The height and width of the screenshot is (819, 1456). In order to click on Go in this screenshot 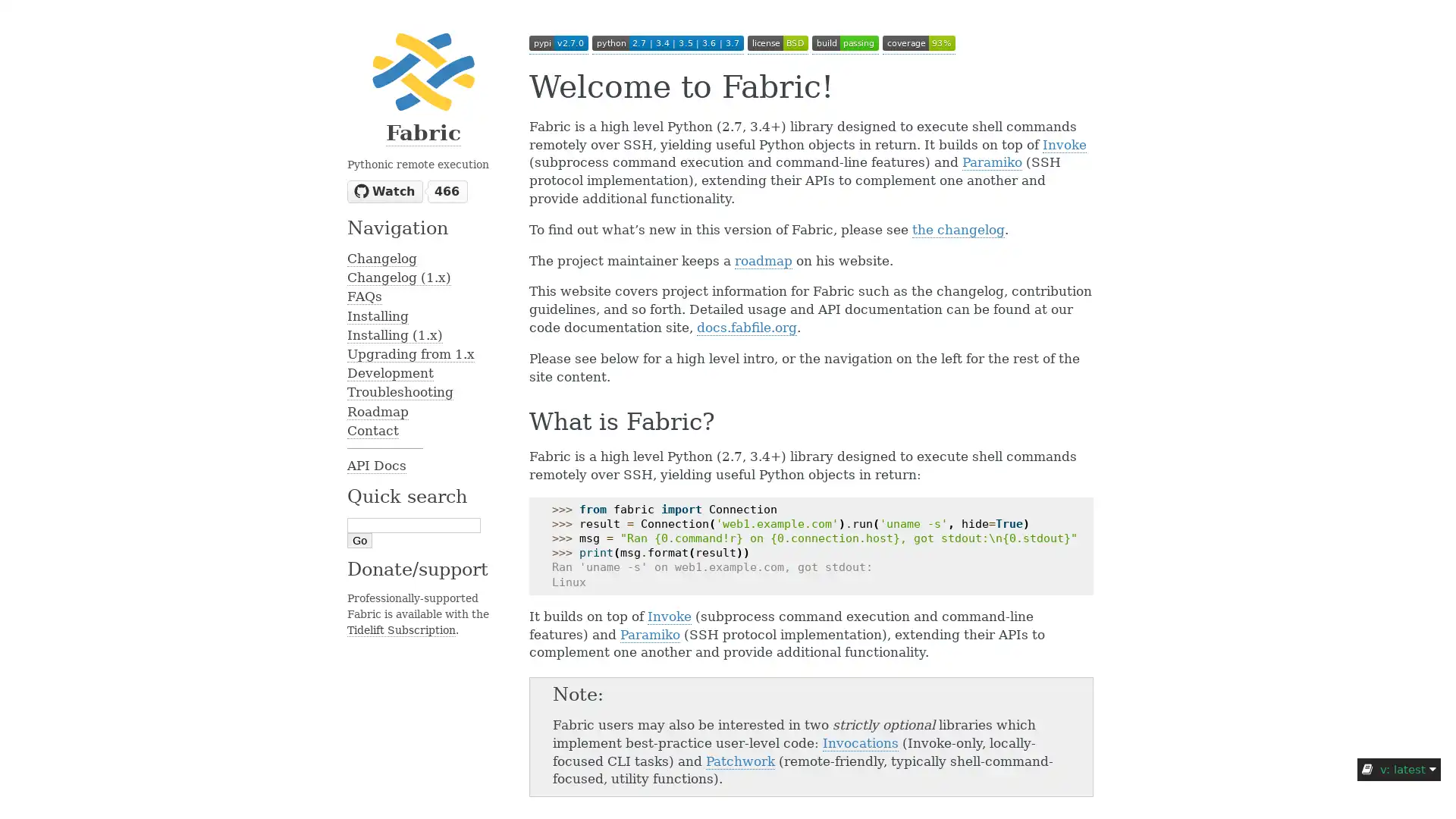, I will do `click(359, 540)`.